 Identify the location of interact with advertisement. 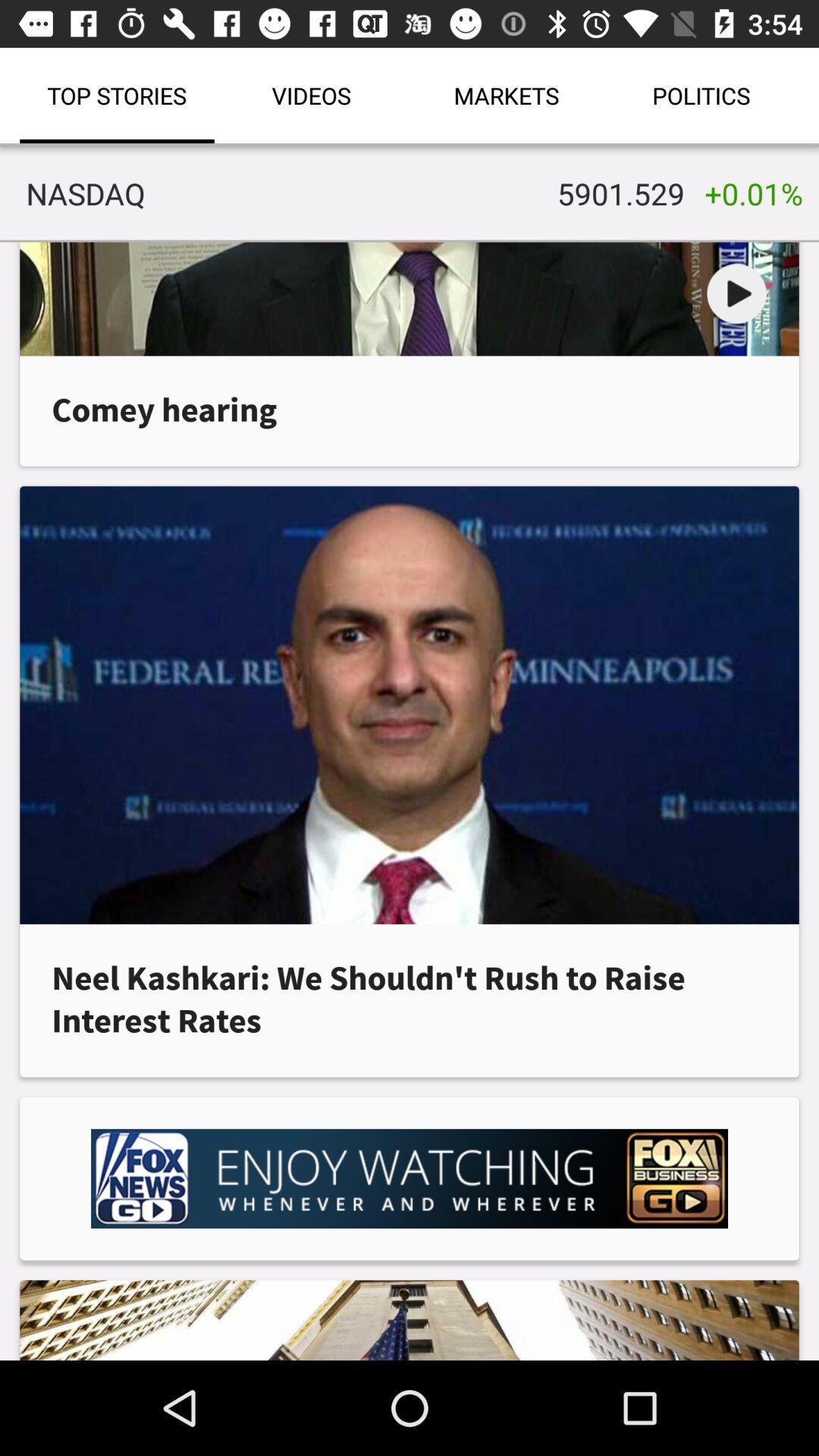
(409, 1178).